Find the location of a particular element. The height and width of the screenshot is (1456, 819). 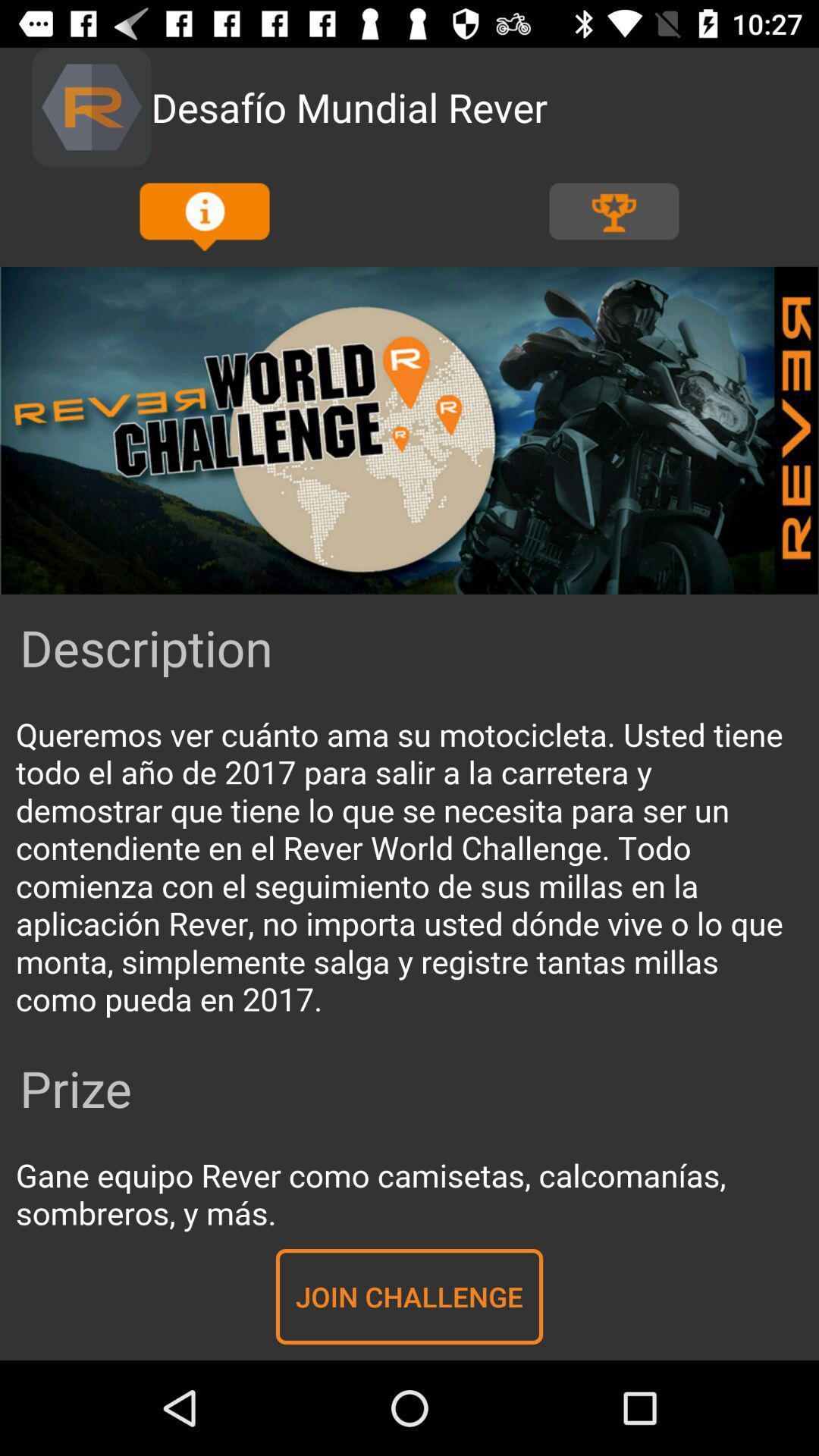

can use it in my motorcyle is located at coordinates (409, 868).